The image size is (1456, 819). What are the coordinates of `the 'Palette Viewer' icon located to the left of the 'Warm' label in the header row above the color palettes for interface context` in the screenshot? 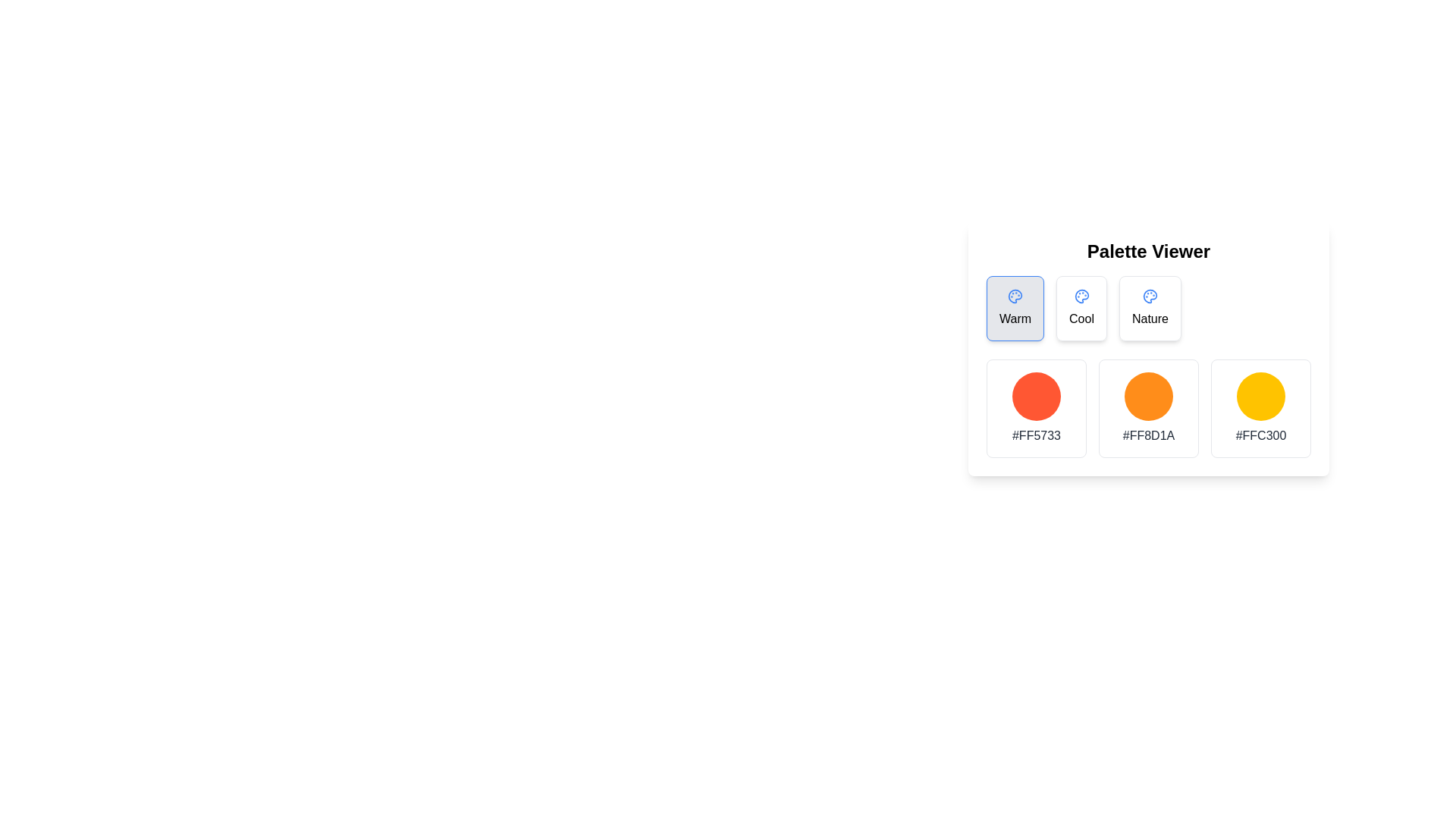 It's located at (1015, 296).